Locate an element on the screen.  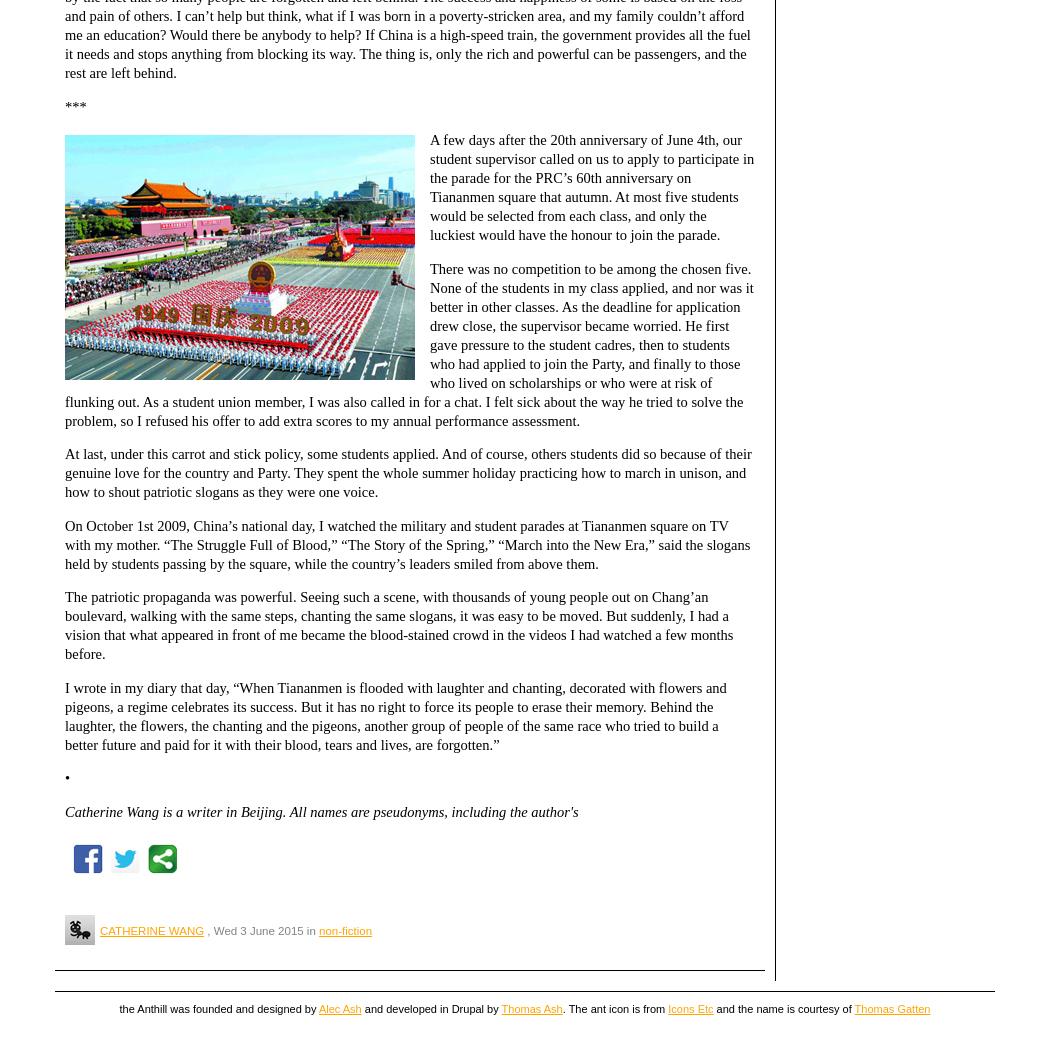
'Alec Ash' is located at coordinates (318, 1008).